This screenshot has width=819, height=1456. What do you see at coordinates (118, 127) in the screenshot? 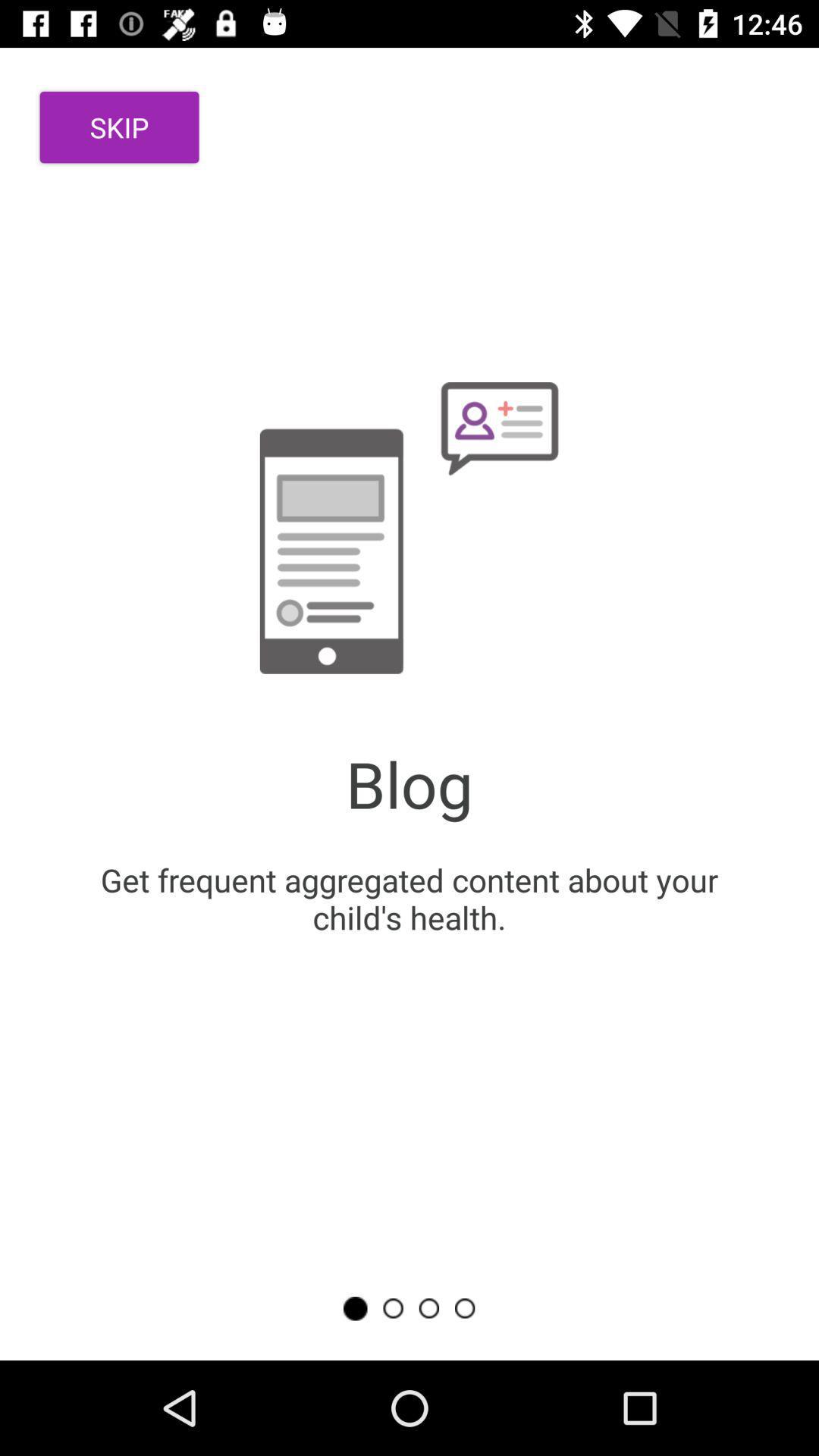
I see `the icon above the get frequent aggregated item` at bounding box center [118, 127].